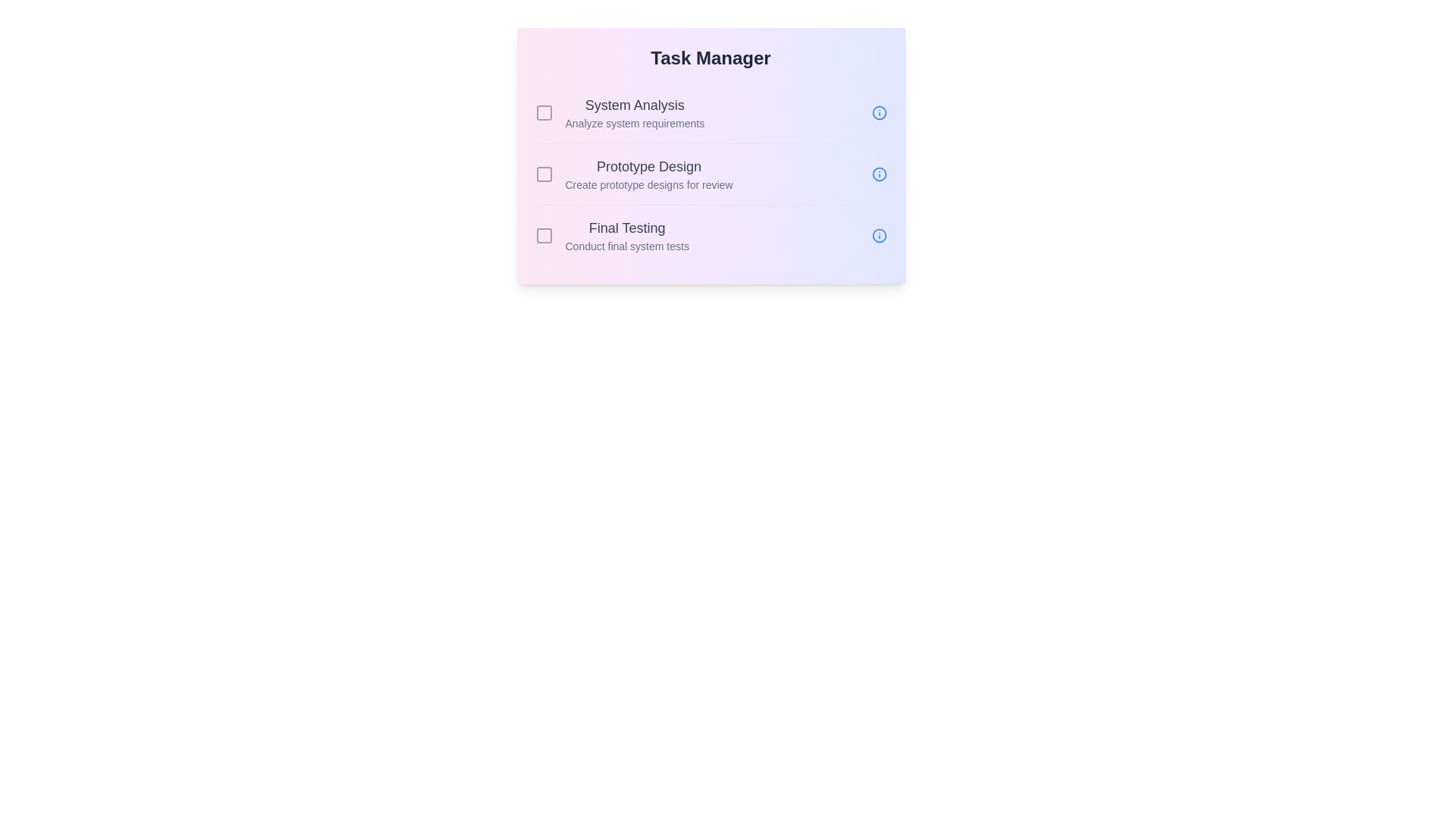 The height and width of the screenshot is (819, 1456). I want to click on information icon for the task System Analysis, so click(879, 112).